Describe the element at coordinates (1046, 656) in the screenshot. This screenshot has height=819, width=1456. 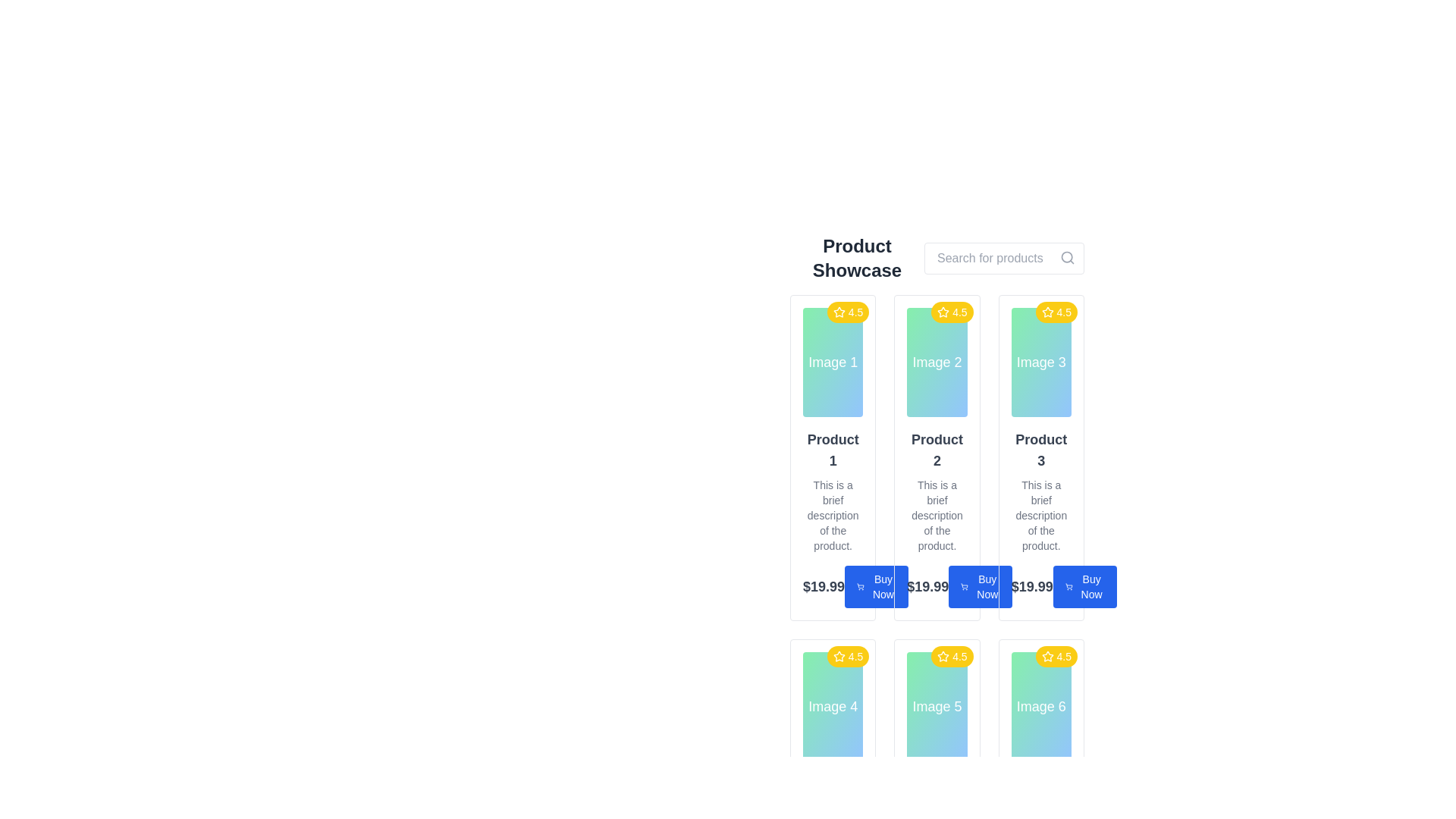
I see `the star rating icon located at the top-right corner of the card for 'Image 6', which visually denotes a rating of '4.5'` at that location.